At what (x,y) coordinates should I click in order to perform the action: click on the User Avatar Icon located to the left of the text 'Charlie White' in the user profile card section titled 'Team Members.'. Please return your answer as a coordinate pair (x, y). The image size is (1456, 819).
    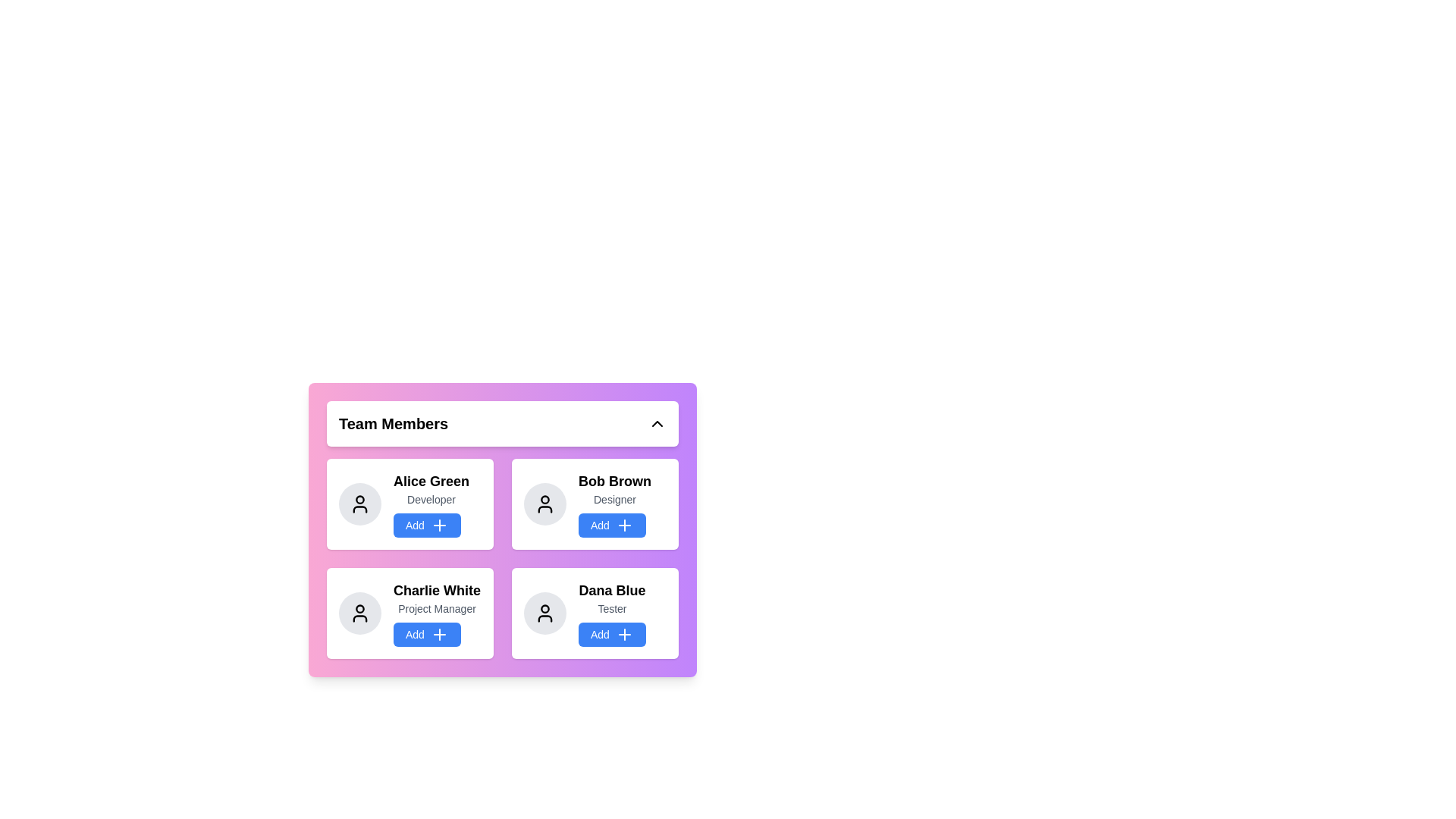
    Looking at the image, I should click on (359, 613).